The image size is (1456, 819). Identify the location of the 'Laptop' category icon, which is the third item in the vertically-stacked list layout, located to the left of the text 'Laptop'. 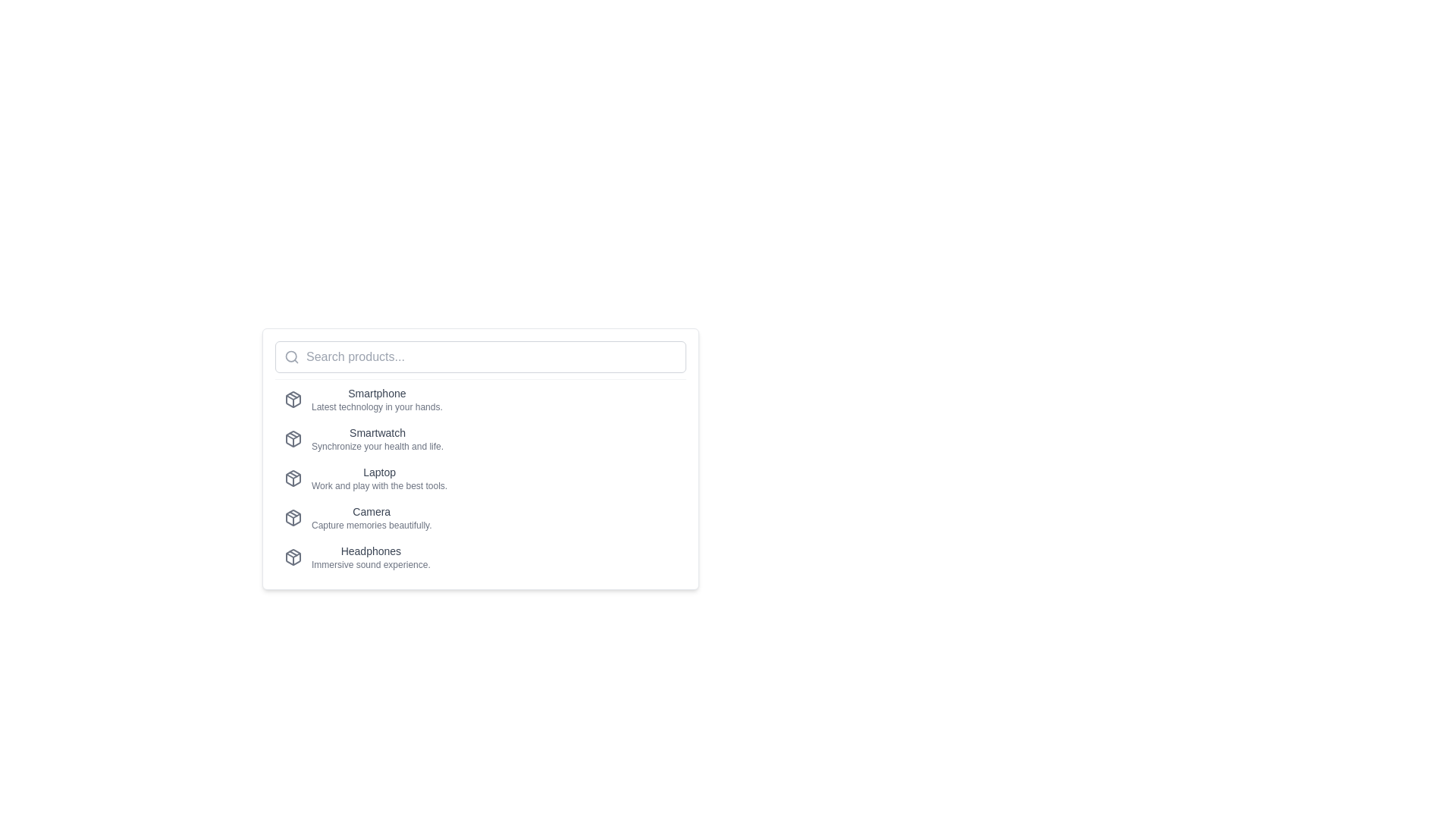
(293, 479).